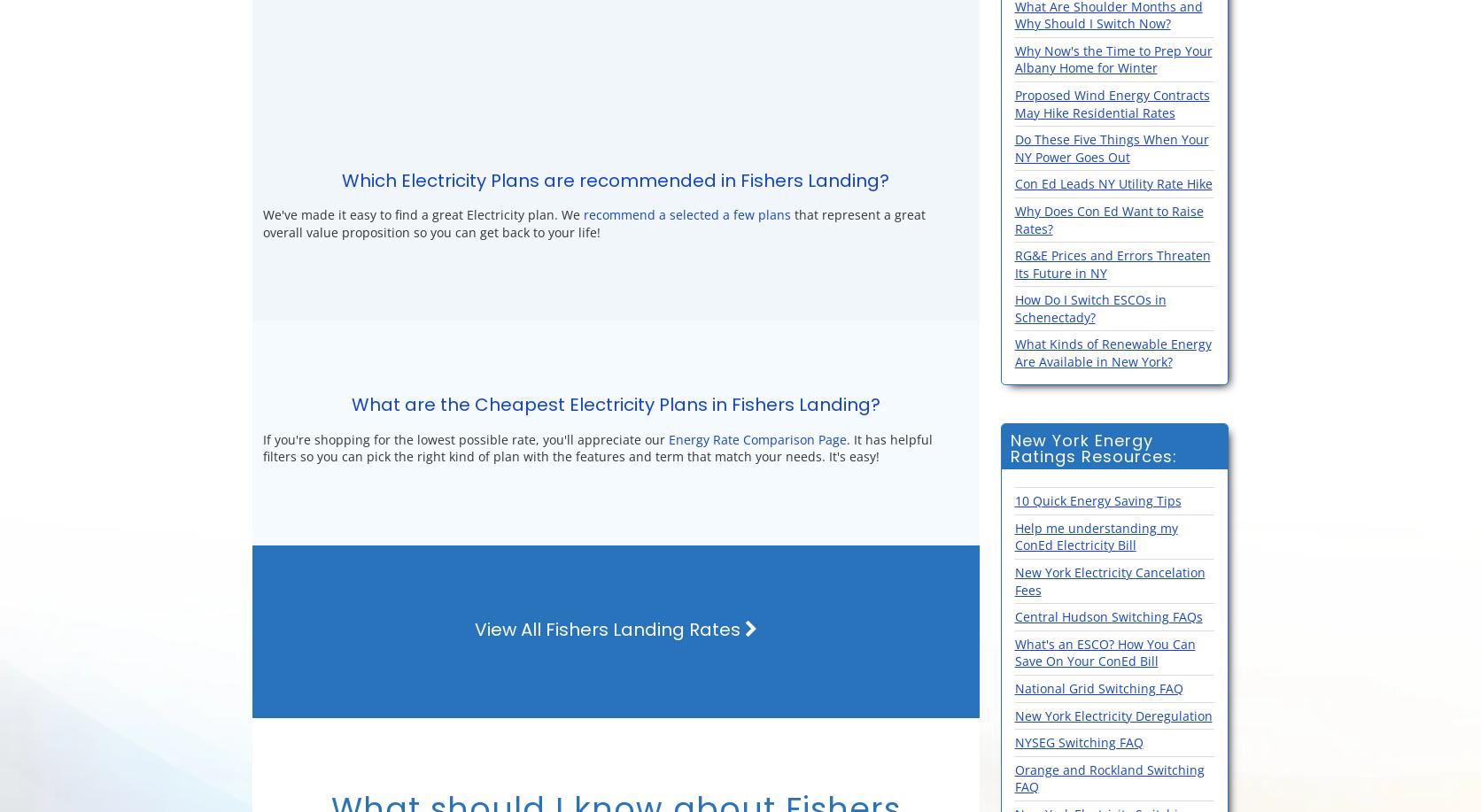  I want to click on 'What Kinds of Renewable Energy Are Available in New York?', so click(1113, 352).